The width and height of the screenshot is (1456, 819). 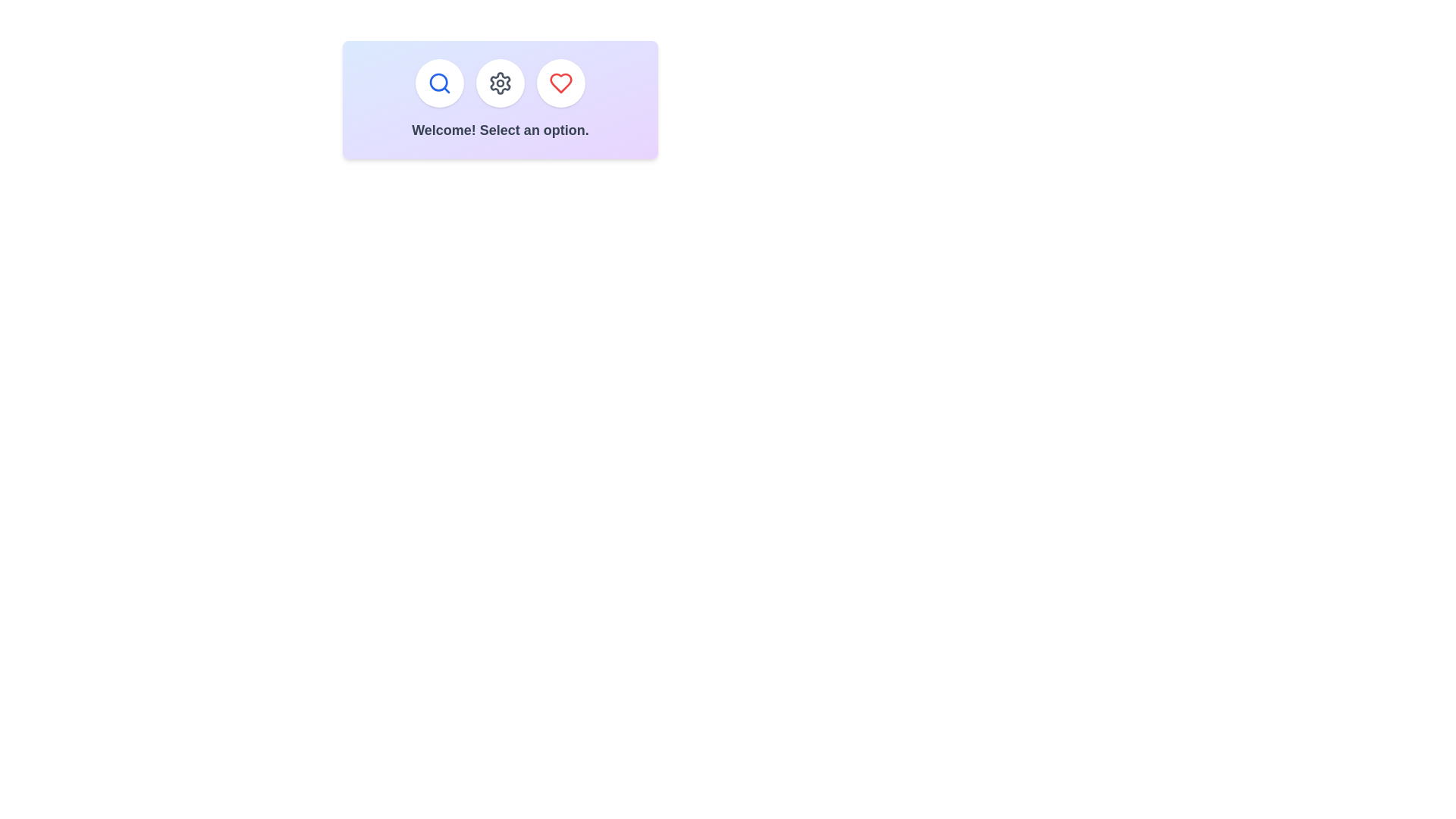 What do you see at coordinates (560, 83) in the screenshot?
I see `the third icon in a row of three icons that represents a favorites or like function, located near the top center of the page` at bounding box center [560, 83].